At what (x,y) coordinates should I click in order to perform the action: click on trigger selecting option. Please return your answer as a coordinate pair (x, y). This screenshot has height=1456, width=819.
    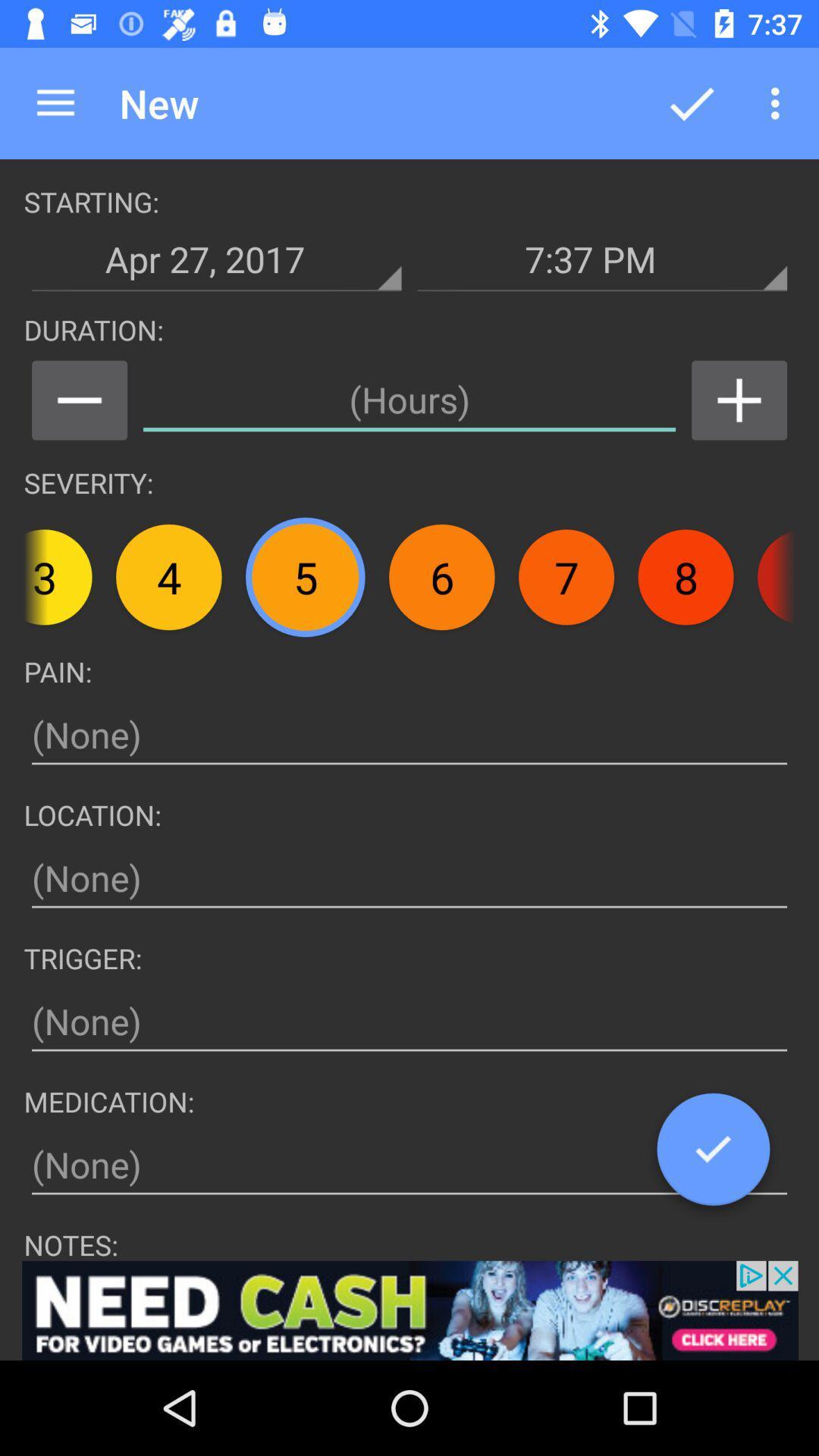
    Looking at the image, I should click on (409, 1021).